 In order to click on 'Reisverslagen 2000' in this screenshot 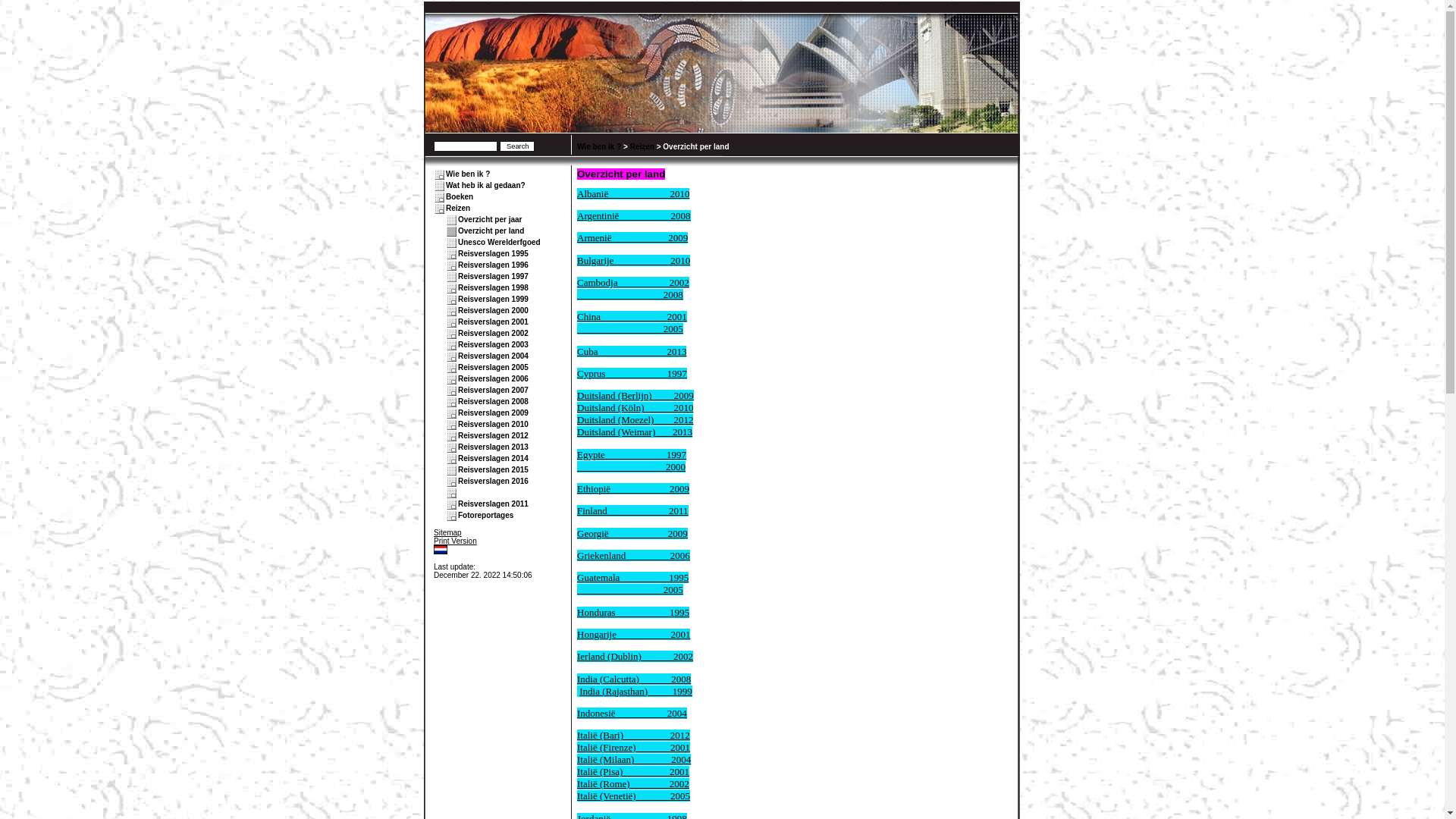, I will do `click(493, 309)`.